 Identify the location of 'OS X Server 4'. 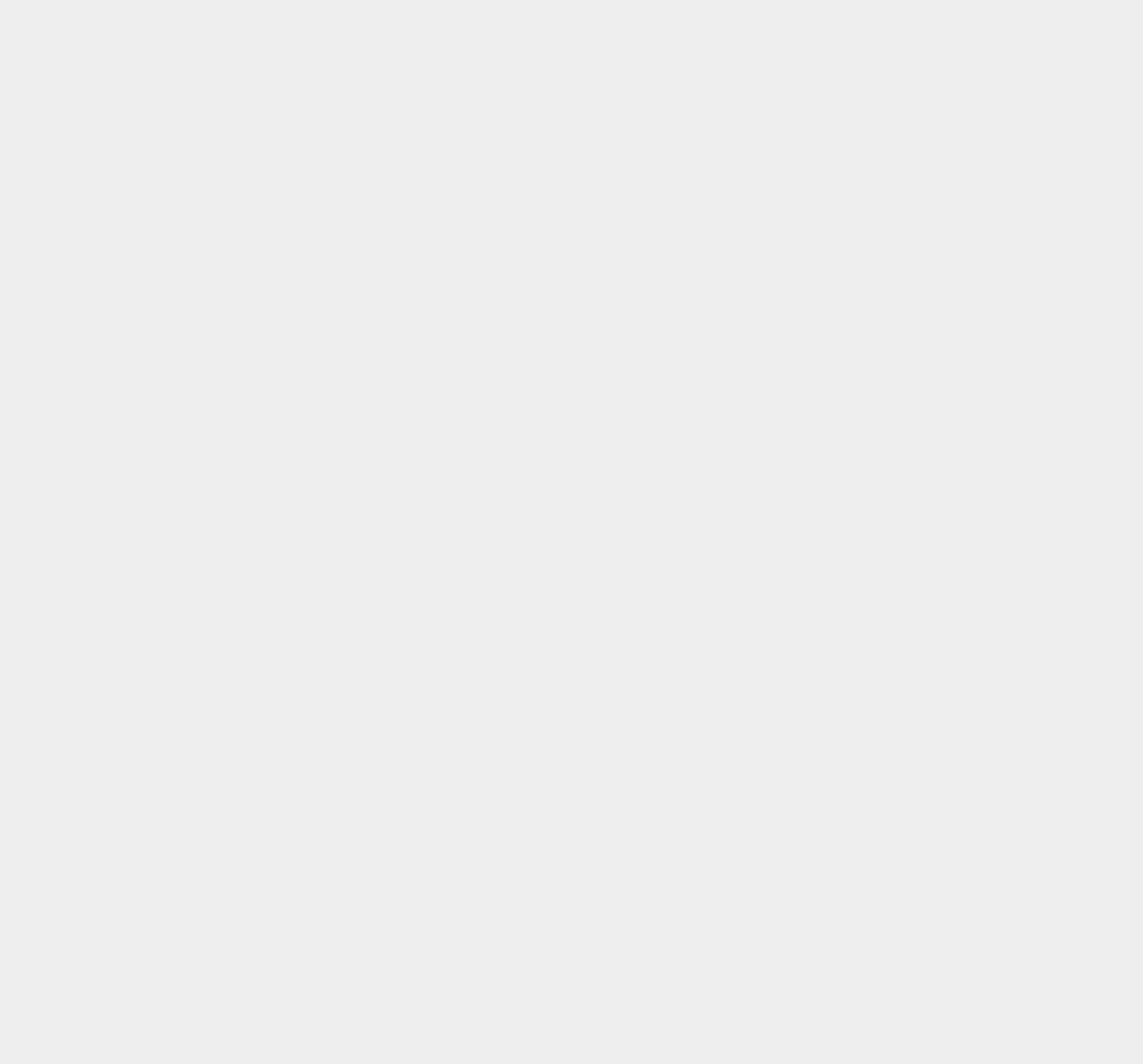
(848, 732).